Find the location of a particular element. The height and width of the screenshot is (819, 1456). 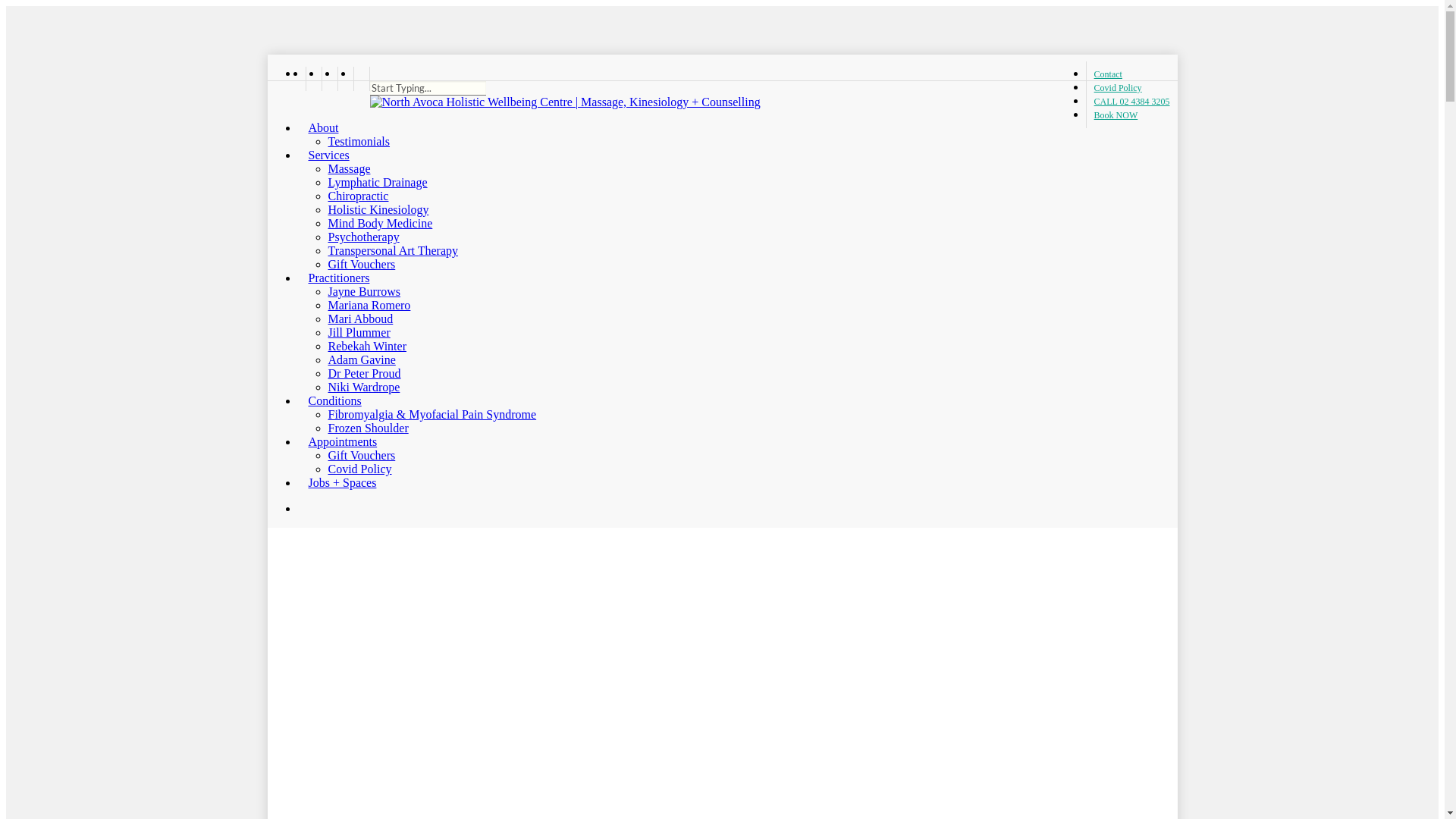

'linkedin' is located at coordinates (320, 79).